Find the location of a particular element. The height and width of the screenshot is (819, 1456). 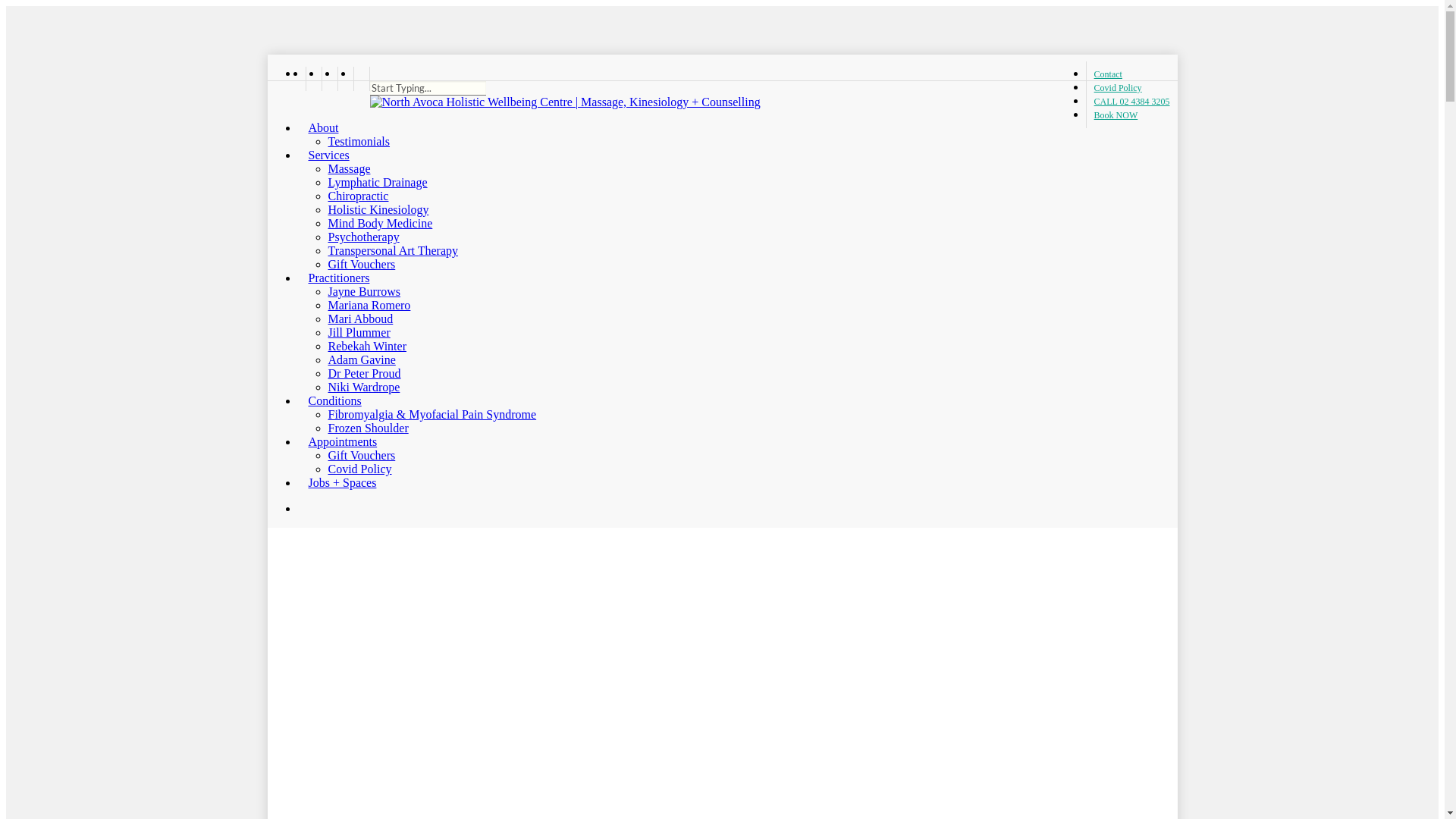

'linkedin' is located at coordinates (320, 79).